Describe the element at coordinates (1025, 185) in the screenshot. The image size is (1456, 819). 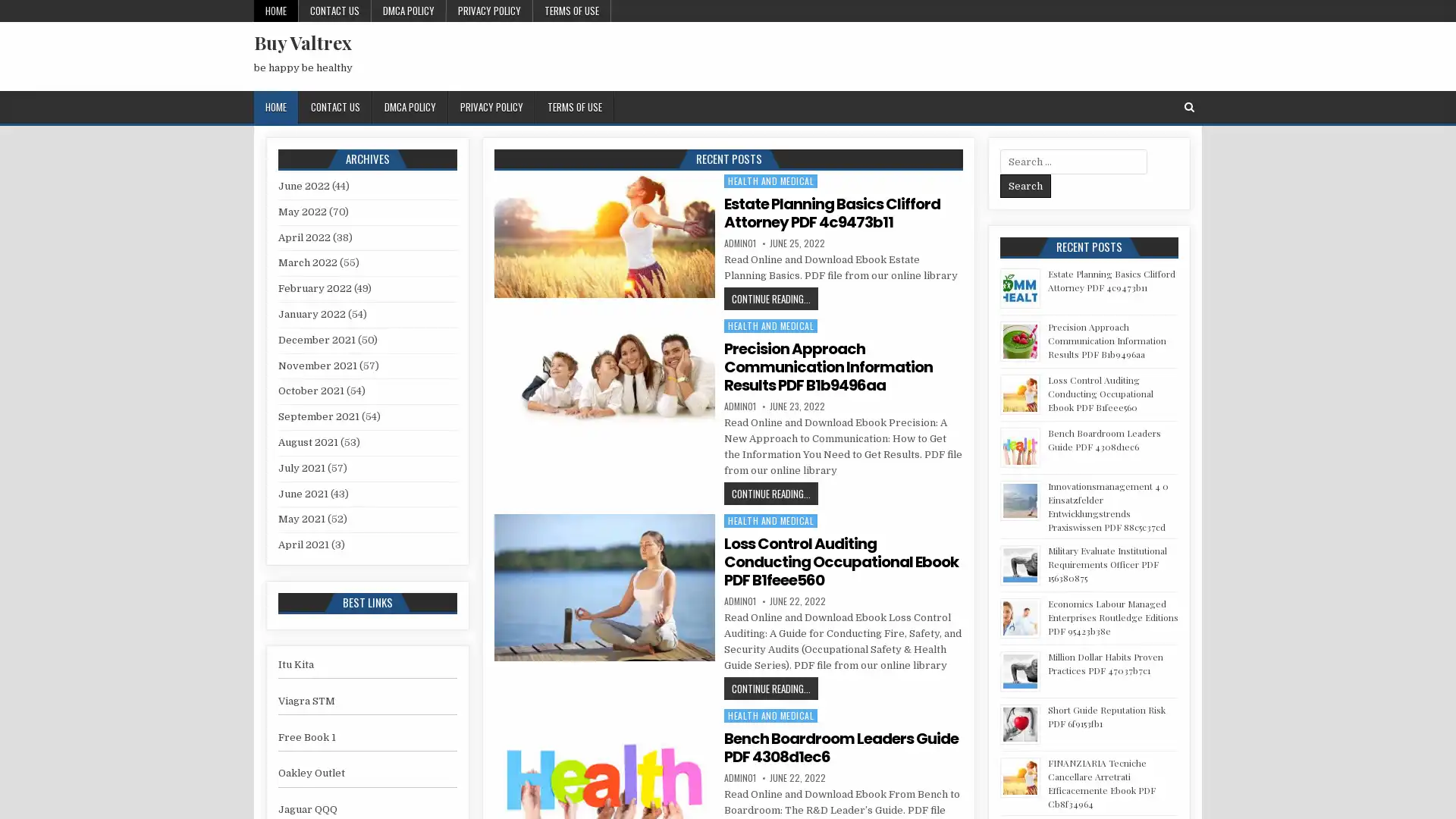
I see `Search` at that location.